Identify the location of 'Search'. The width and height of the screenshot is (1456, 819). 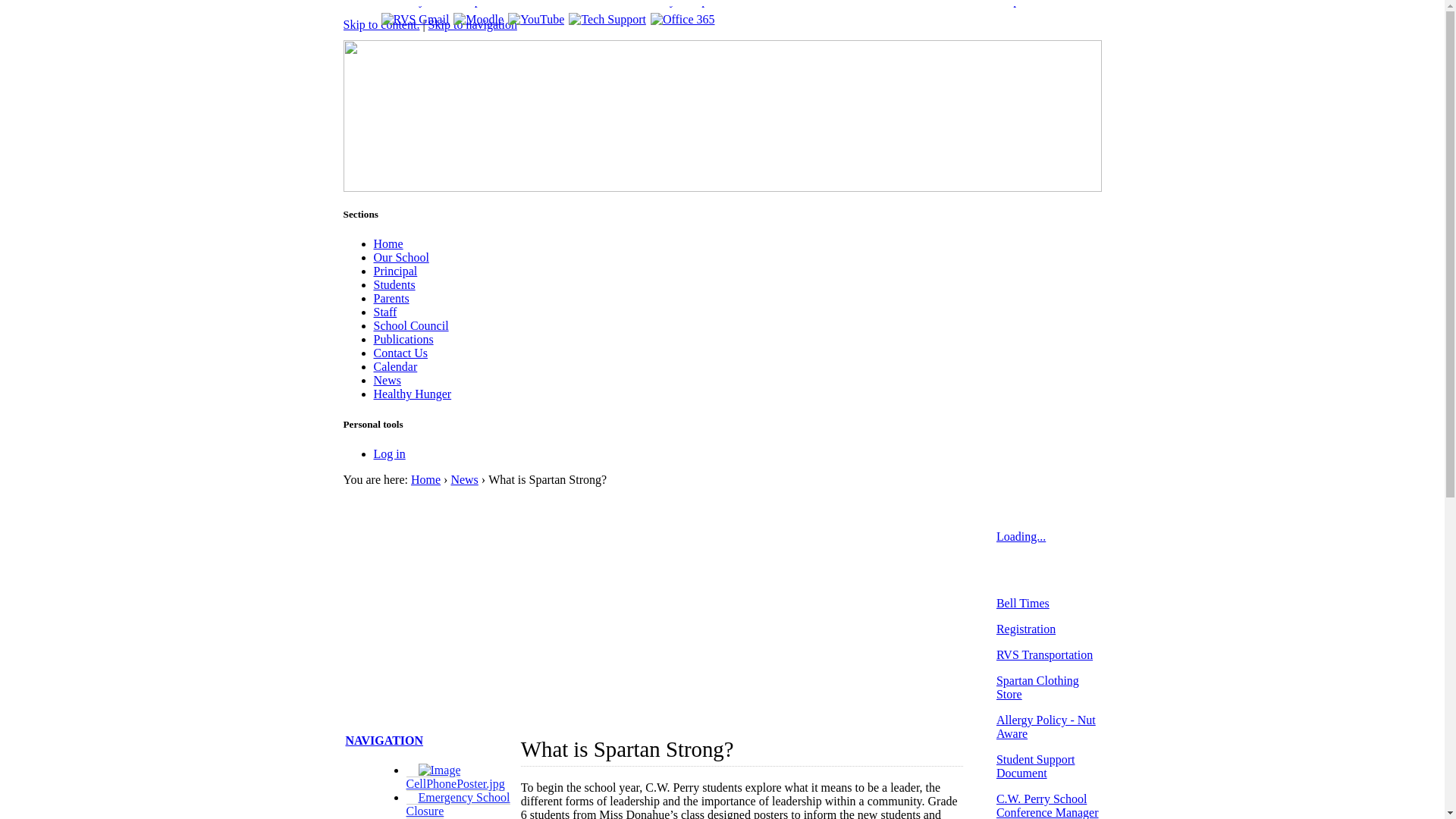
(1073, 55).